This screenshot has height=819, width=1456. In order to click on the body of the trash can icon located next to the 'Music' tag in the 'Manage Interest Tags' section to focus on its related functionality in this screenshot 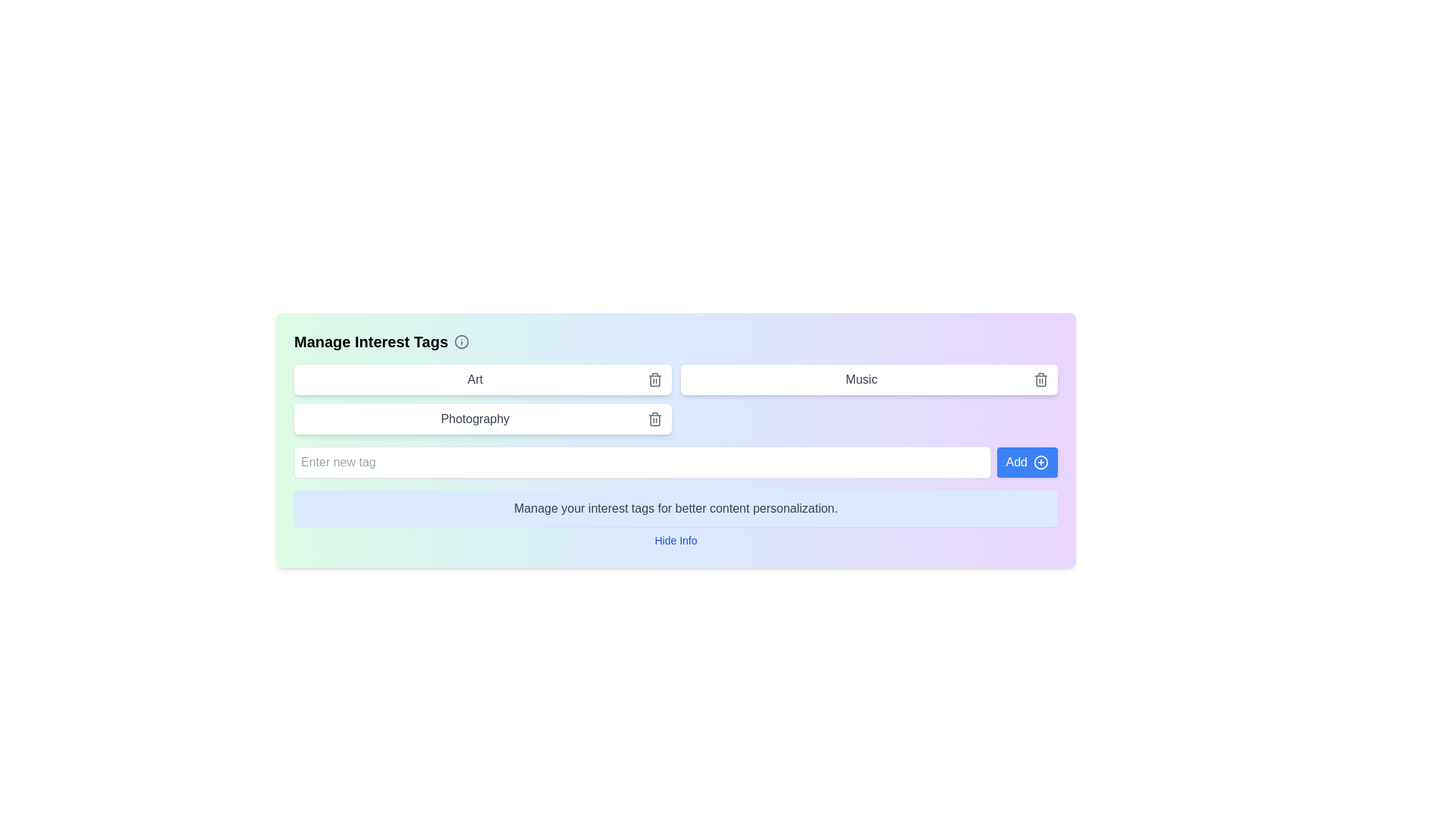, I will do `click(1040, 379)`.